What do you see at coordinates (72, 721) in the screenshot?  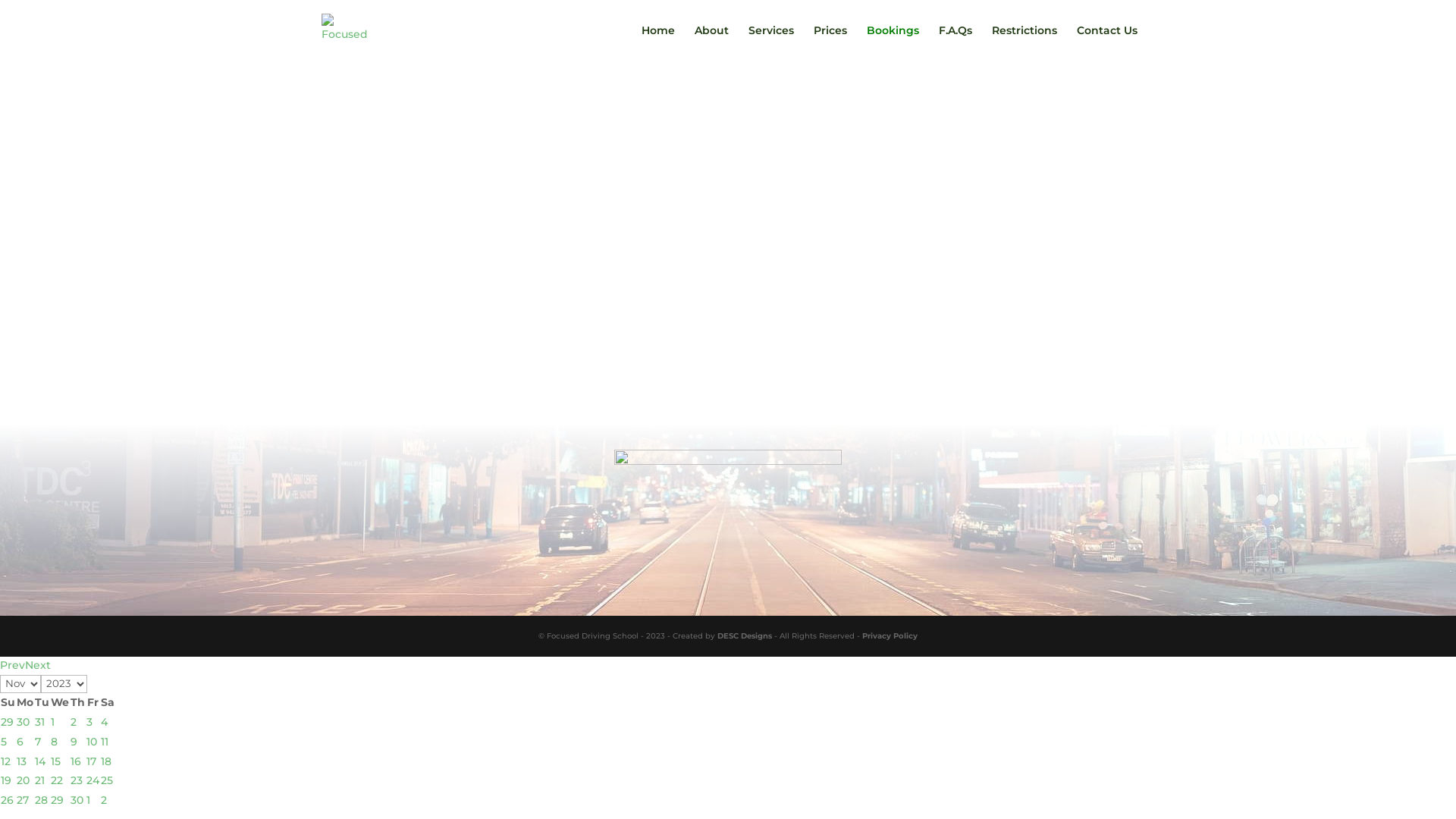 I see `'2'` at bounding box center [72, 721].